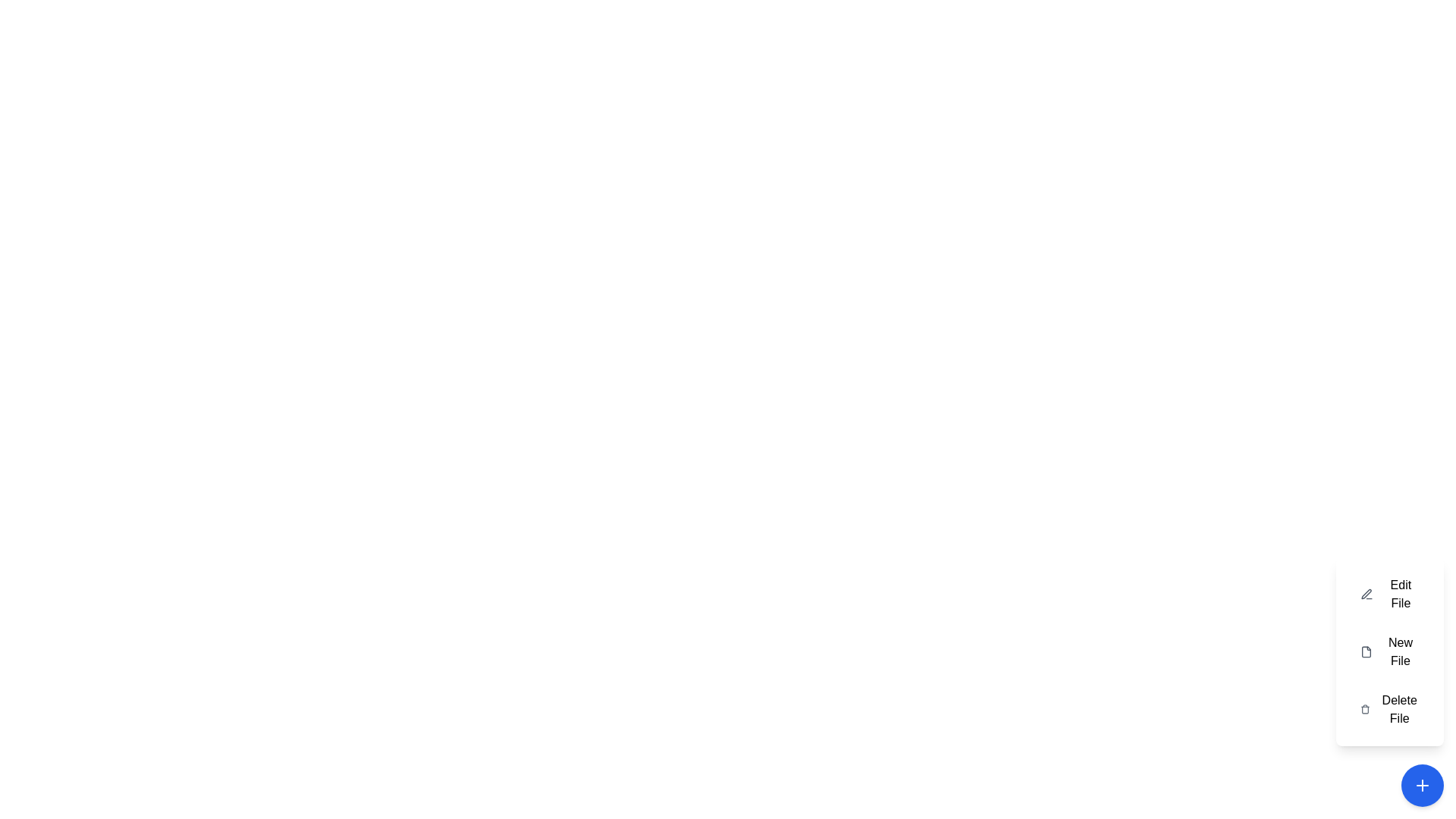 The height and width of the screenshot is (819, 1456). Describe the element at coordinates (1422, 785) in the screenshot. I see `the circular blue button with a white plus sign (+) located in the bottom-right corner of the interface` at that location.